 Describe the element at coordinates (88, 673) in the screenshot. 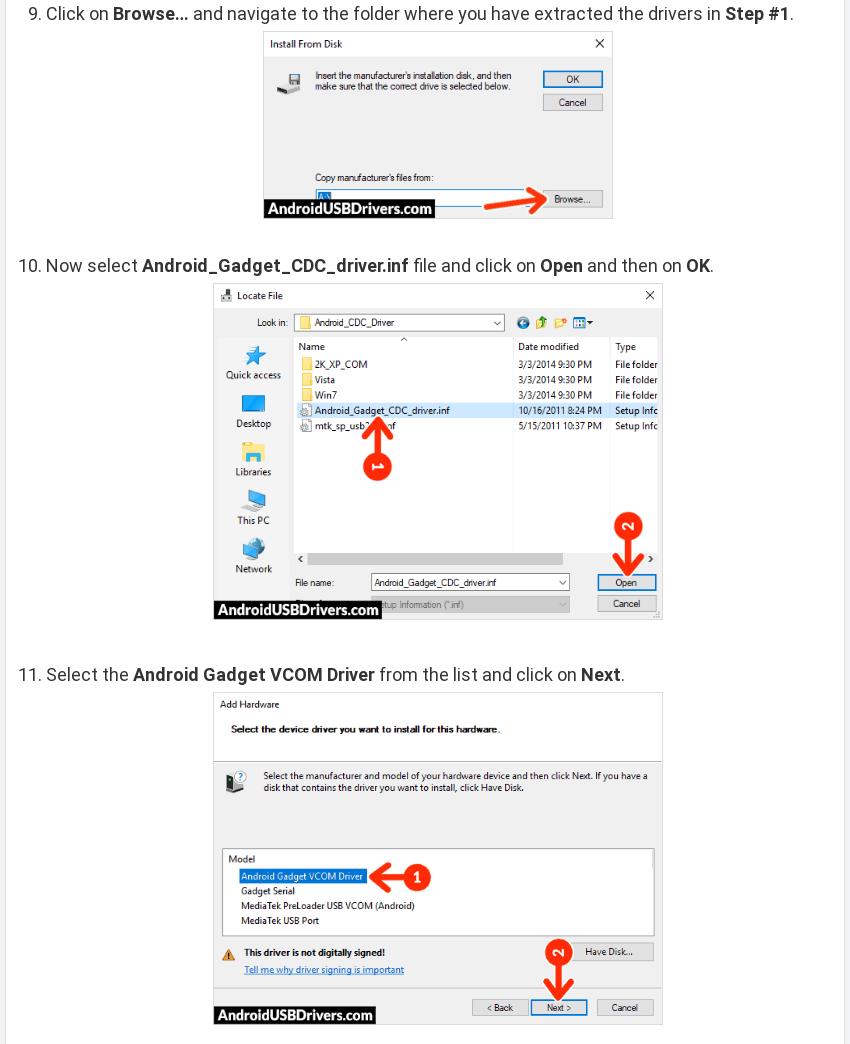

I see `'Select the'` at that location.